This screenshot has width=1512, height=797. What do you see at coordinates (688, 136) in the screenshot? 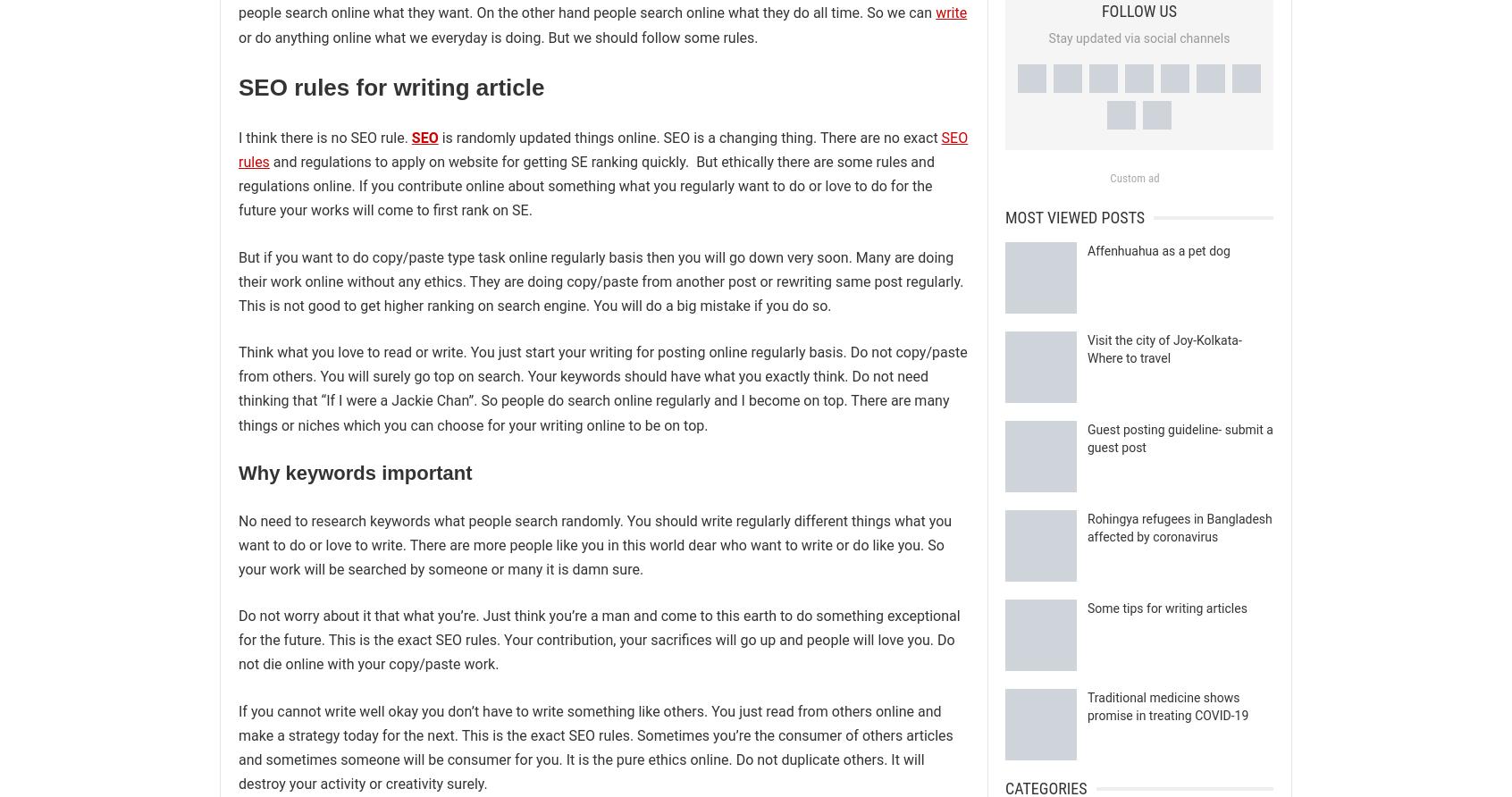
I see `'is randomly updated things online. SEO is a changing thing. There are no exact'` at bounding box center [688, 136].